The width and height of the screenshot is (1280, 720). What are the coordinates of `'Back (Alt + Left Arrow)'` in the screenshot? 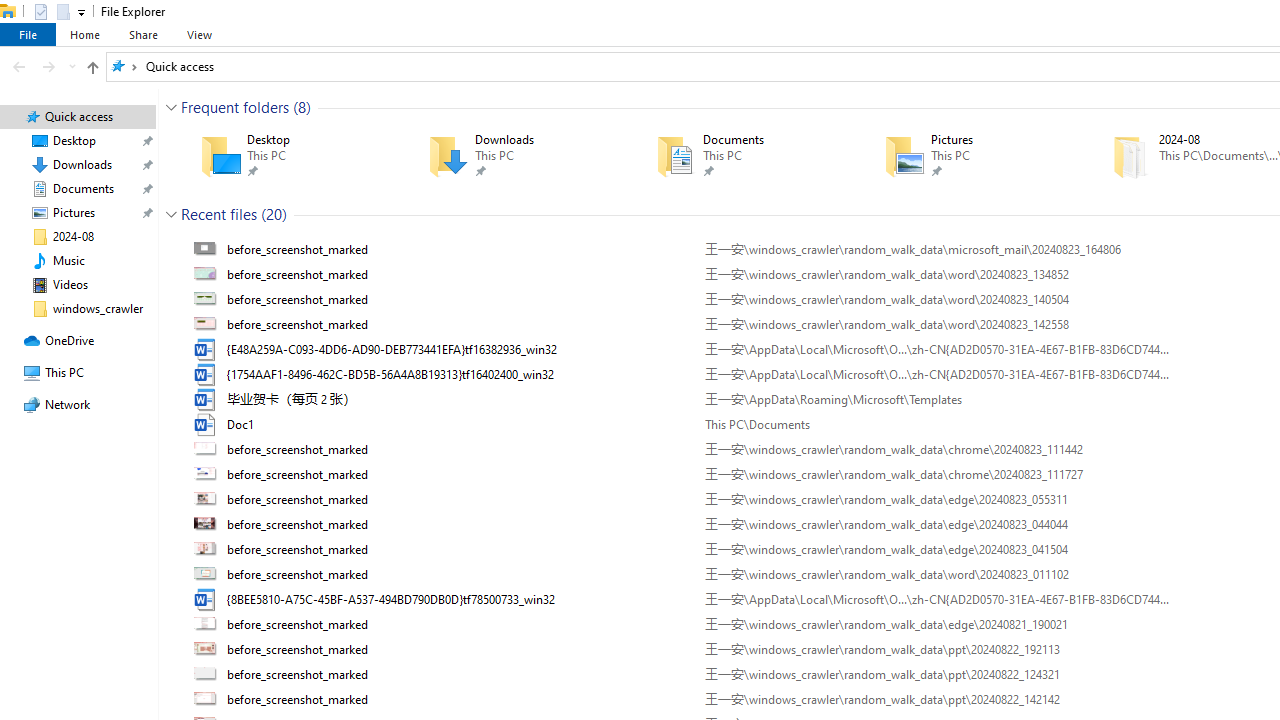 It's located at (19, 65).